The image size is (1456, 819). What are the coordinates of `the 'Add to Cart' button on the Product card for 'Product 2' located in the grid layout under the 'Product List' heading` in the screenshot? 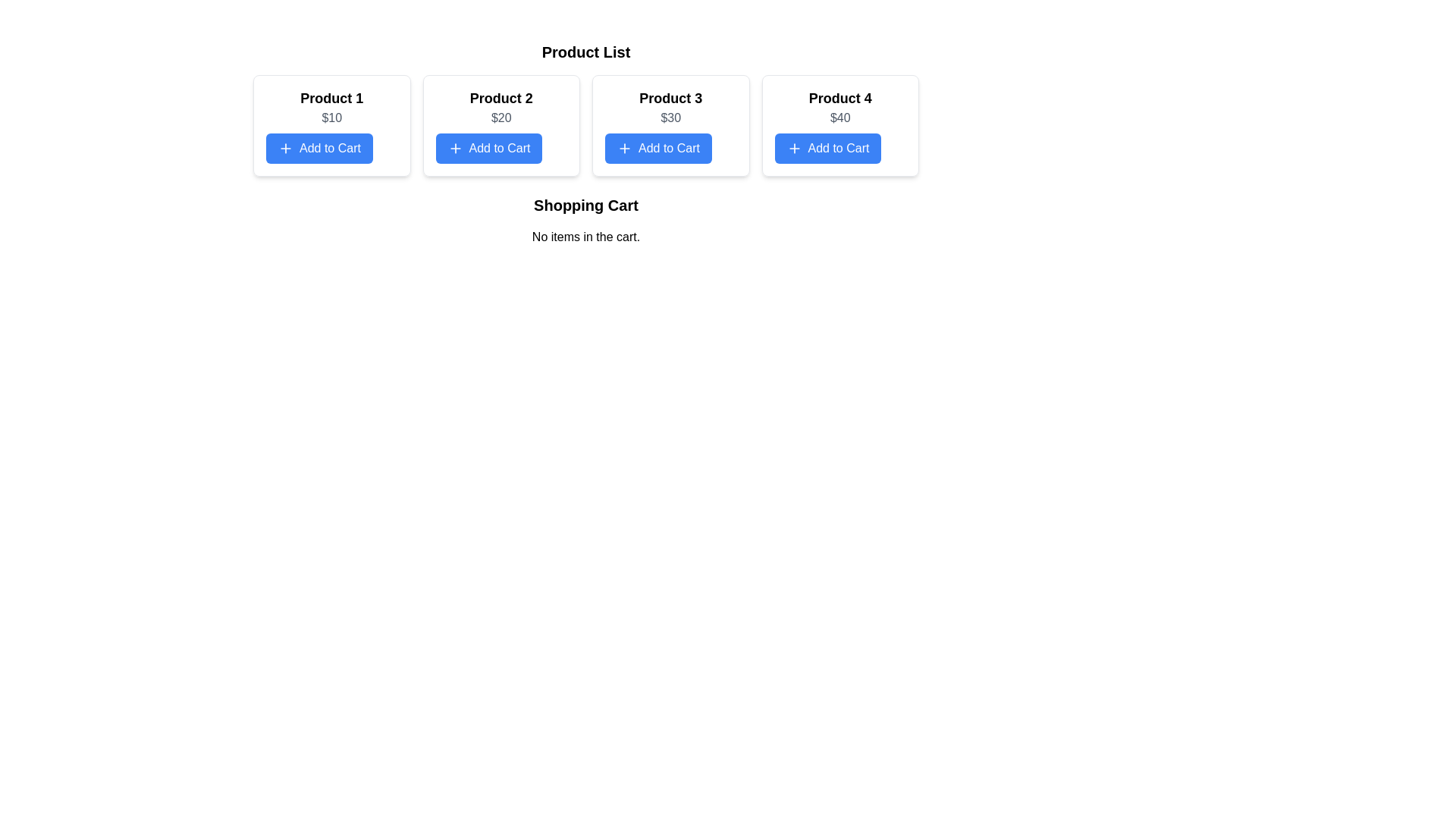 It's located at (501, 124).